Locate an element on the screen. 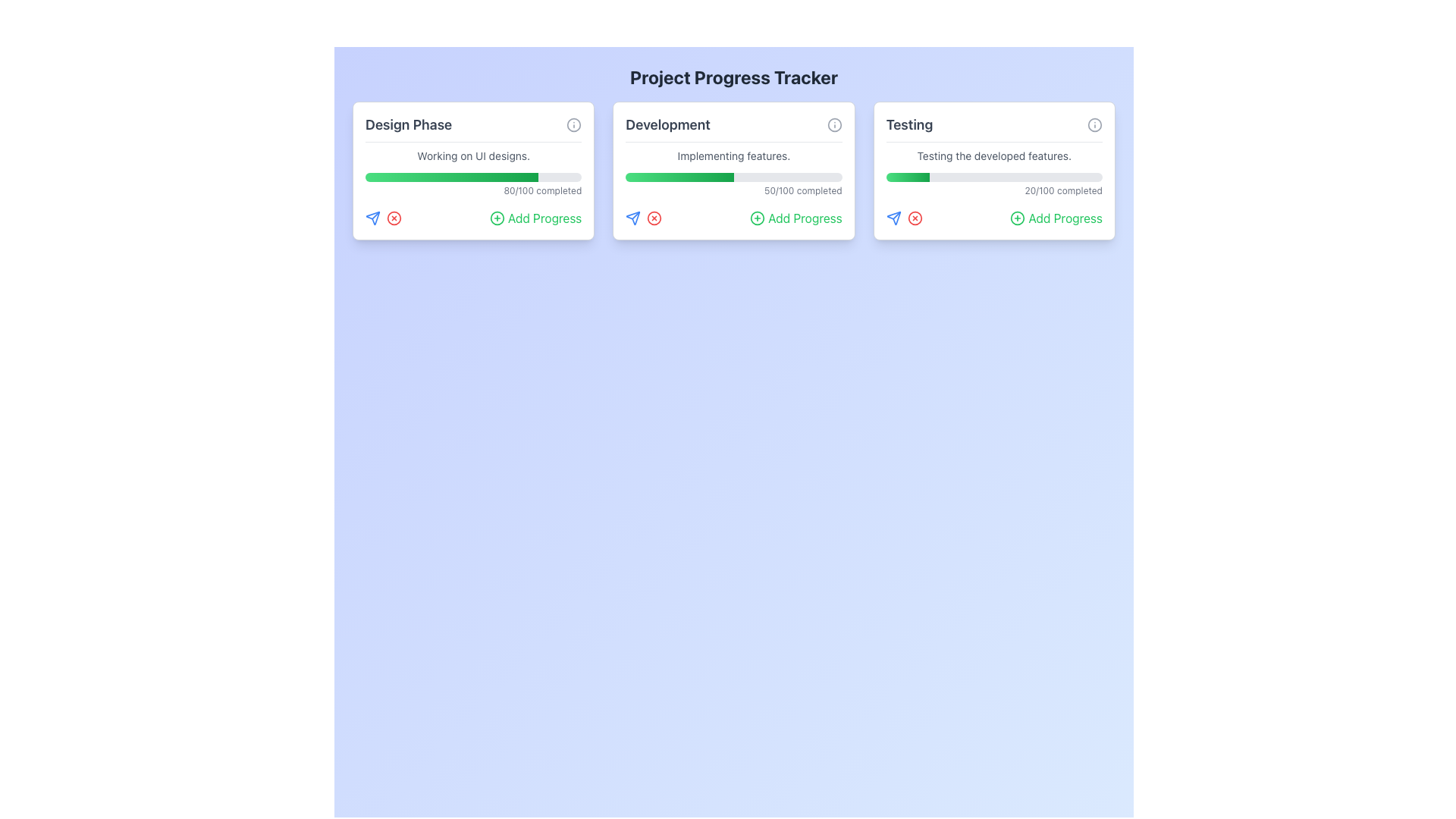  the 'Add Progress' button, which is a green textual link with a plus sign icon, located in the lower right section of the middle card in the three-column grid layout labeled 'Development' is located at coordinates (795, 218).